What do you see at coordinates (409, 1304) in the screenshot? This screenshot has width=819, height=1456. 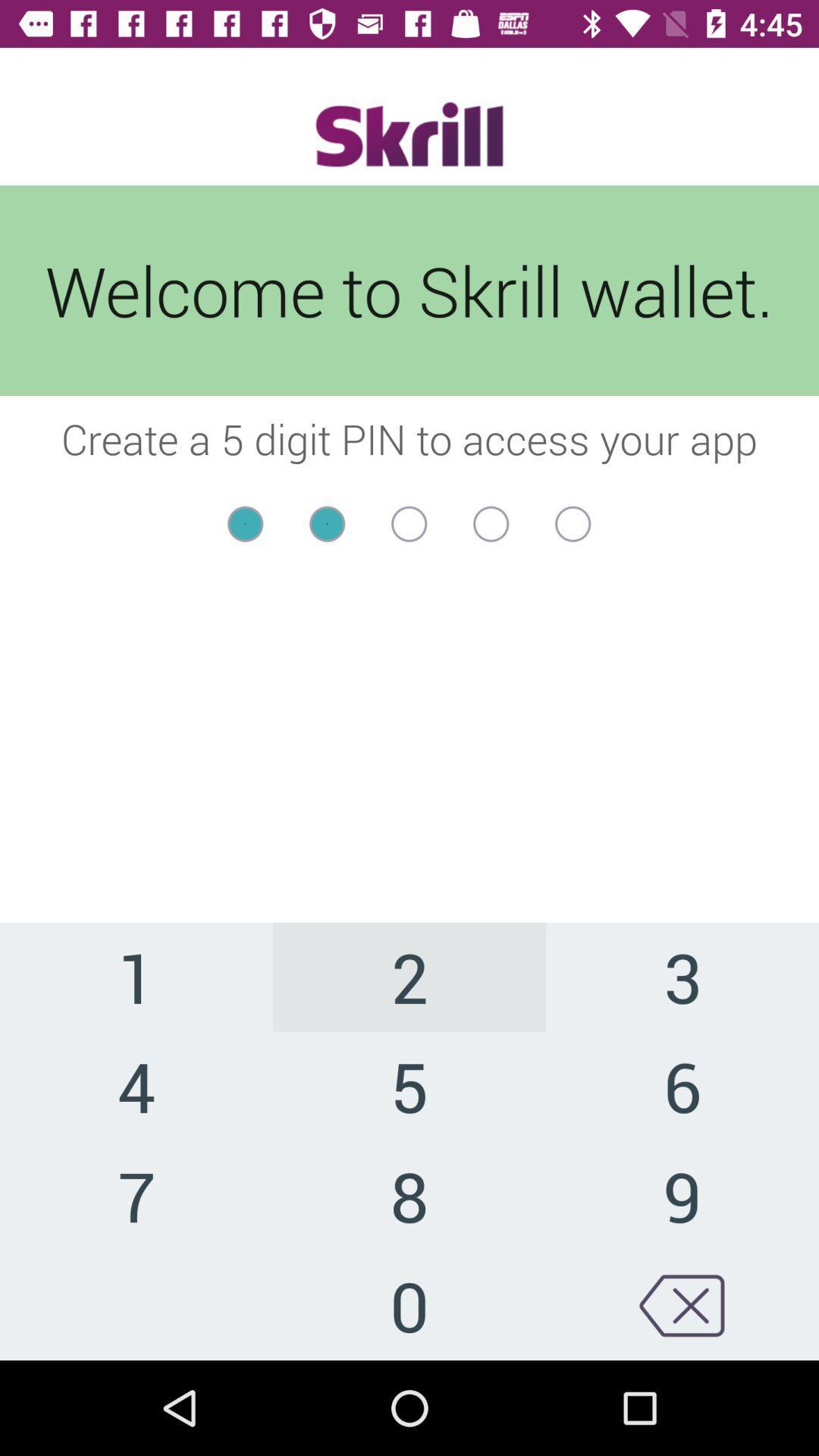 I see `the item to the left of 9 icon` at bounding box center [409, 1304].